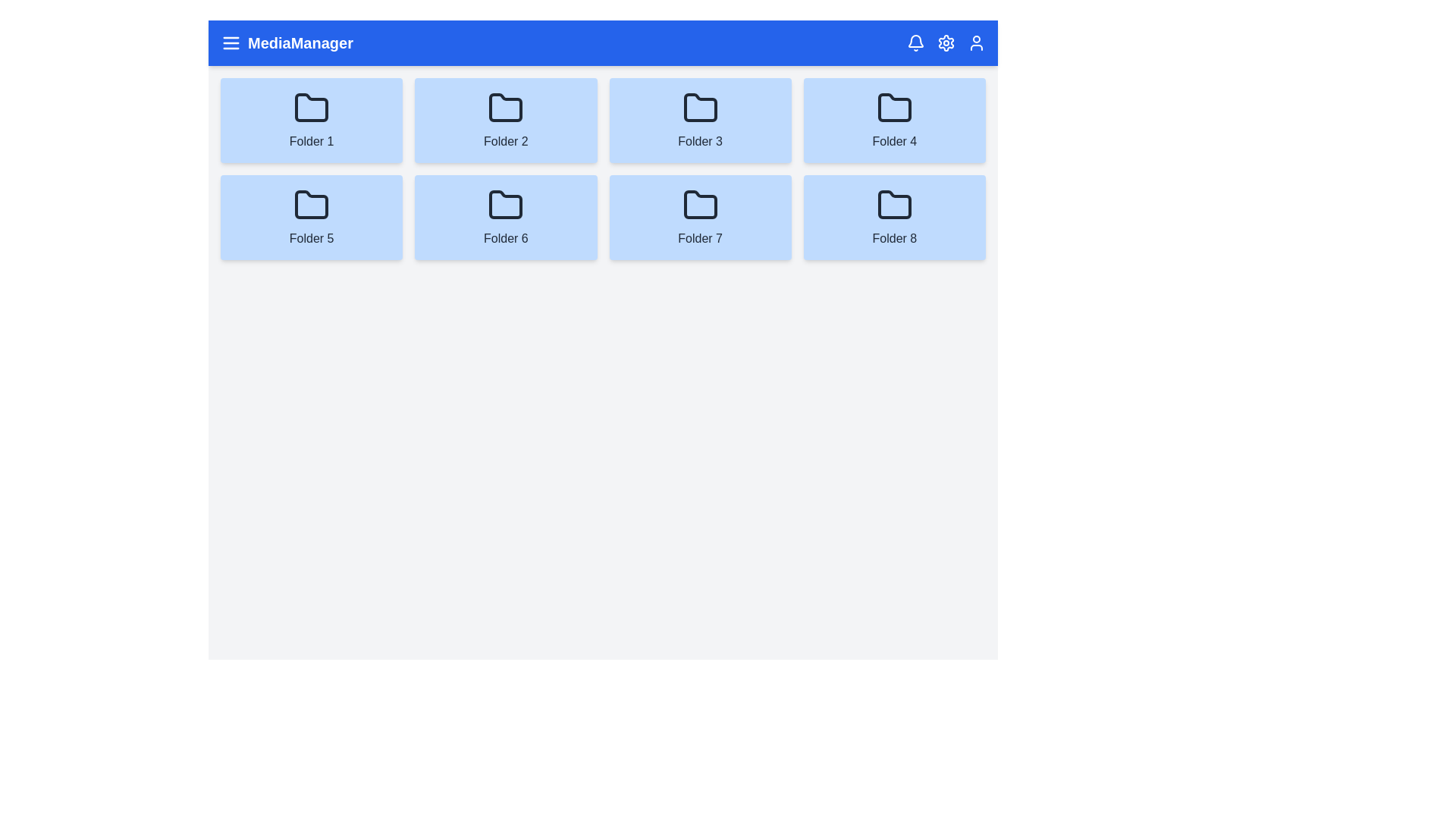 The image size is (1456, 819). Describe the element at coordinates (915, 42) in the screenshot. I see `the notification icon` at that location.